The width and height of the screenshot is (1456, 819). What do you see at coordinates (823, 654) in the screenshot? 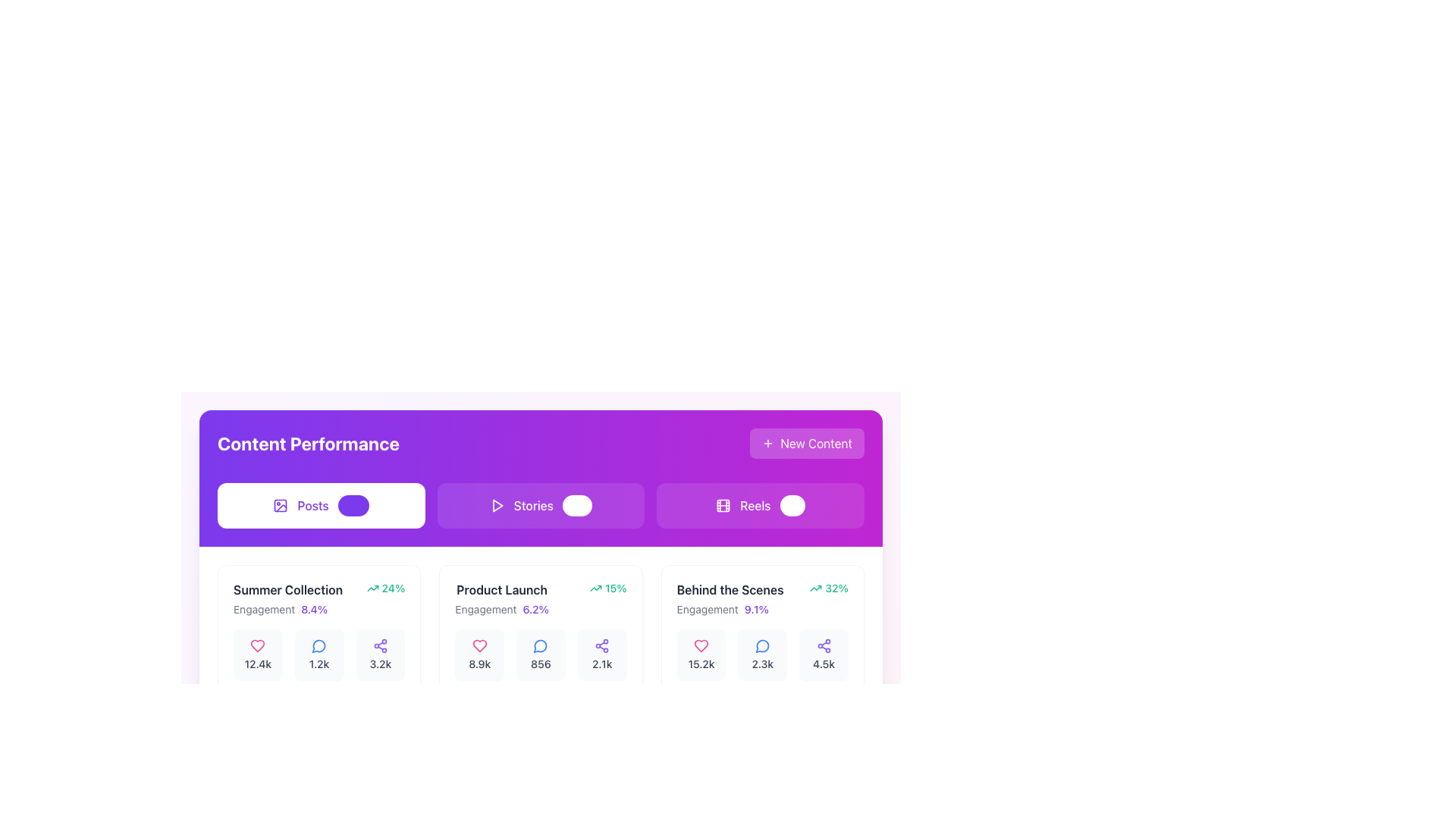
I see `the Statistical display component showing '4.5k' shares in the 'Behind the Scenes' section, located at the bottom-right corner of the grid` at bounding box center [823, 654].